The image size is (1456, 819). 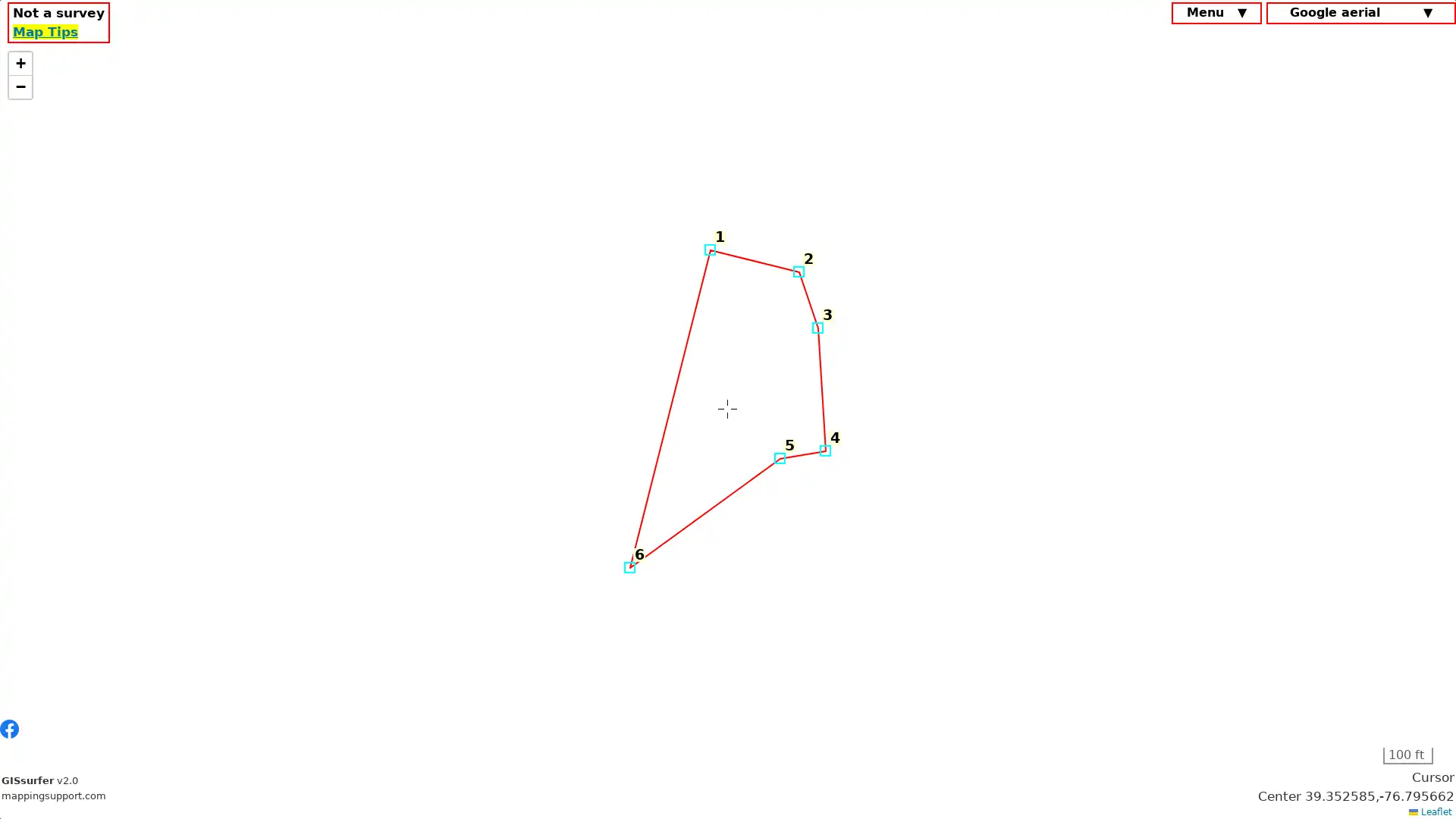 I want to click on Marker, so click(x=798, y=271).